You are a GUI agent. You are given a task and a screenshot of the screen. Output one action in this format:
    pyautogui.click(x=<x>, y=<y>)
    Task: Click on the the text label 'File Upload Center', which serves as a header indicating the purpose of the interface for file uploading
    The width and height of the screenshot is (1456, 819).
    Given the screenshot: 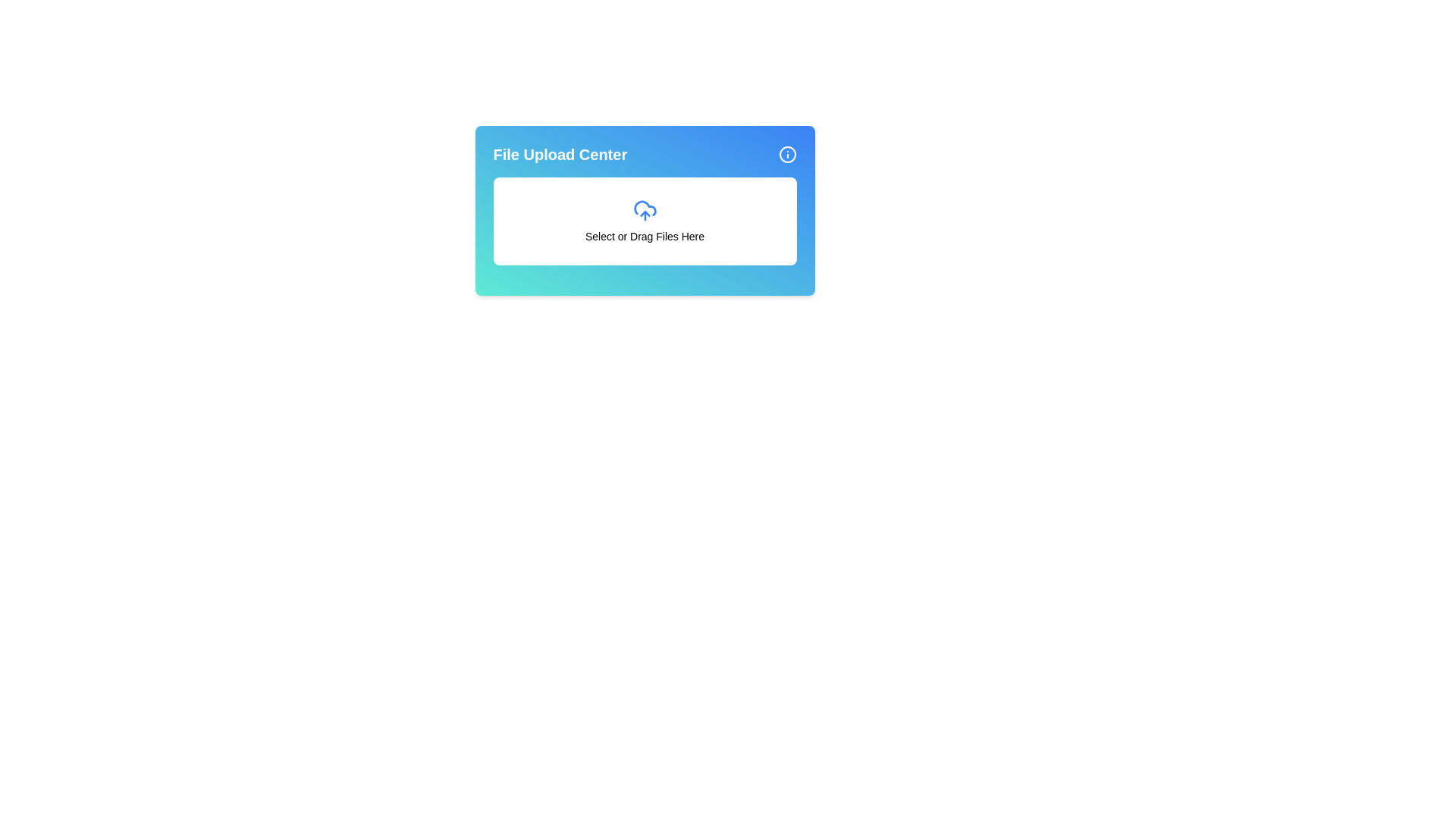 What is the action you would take?
    pyautogui.click(x=559, y=155)
    